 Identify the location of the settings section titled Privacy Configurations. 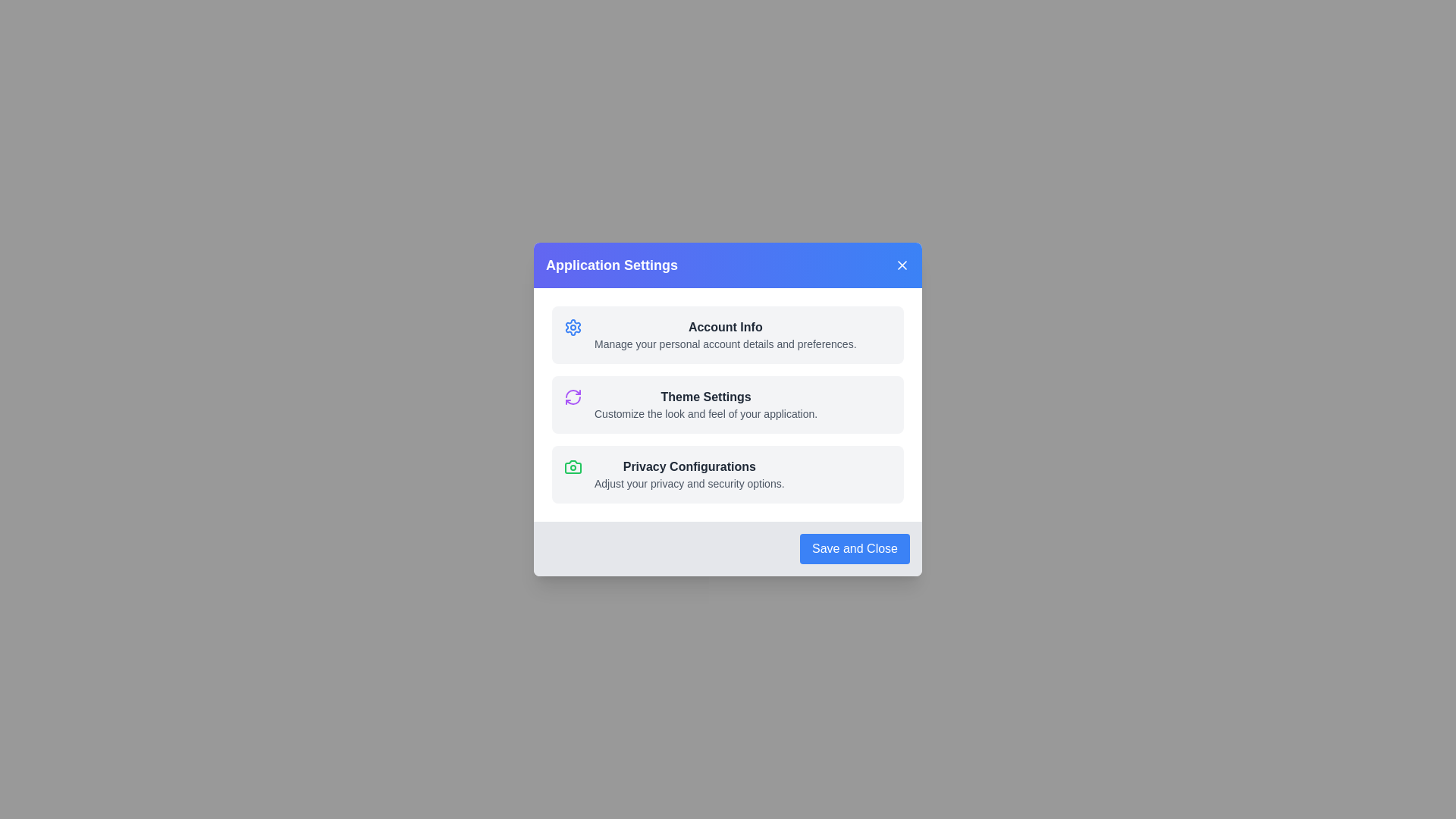
(728, 473).